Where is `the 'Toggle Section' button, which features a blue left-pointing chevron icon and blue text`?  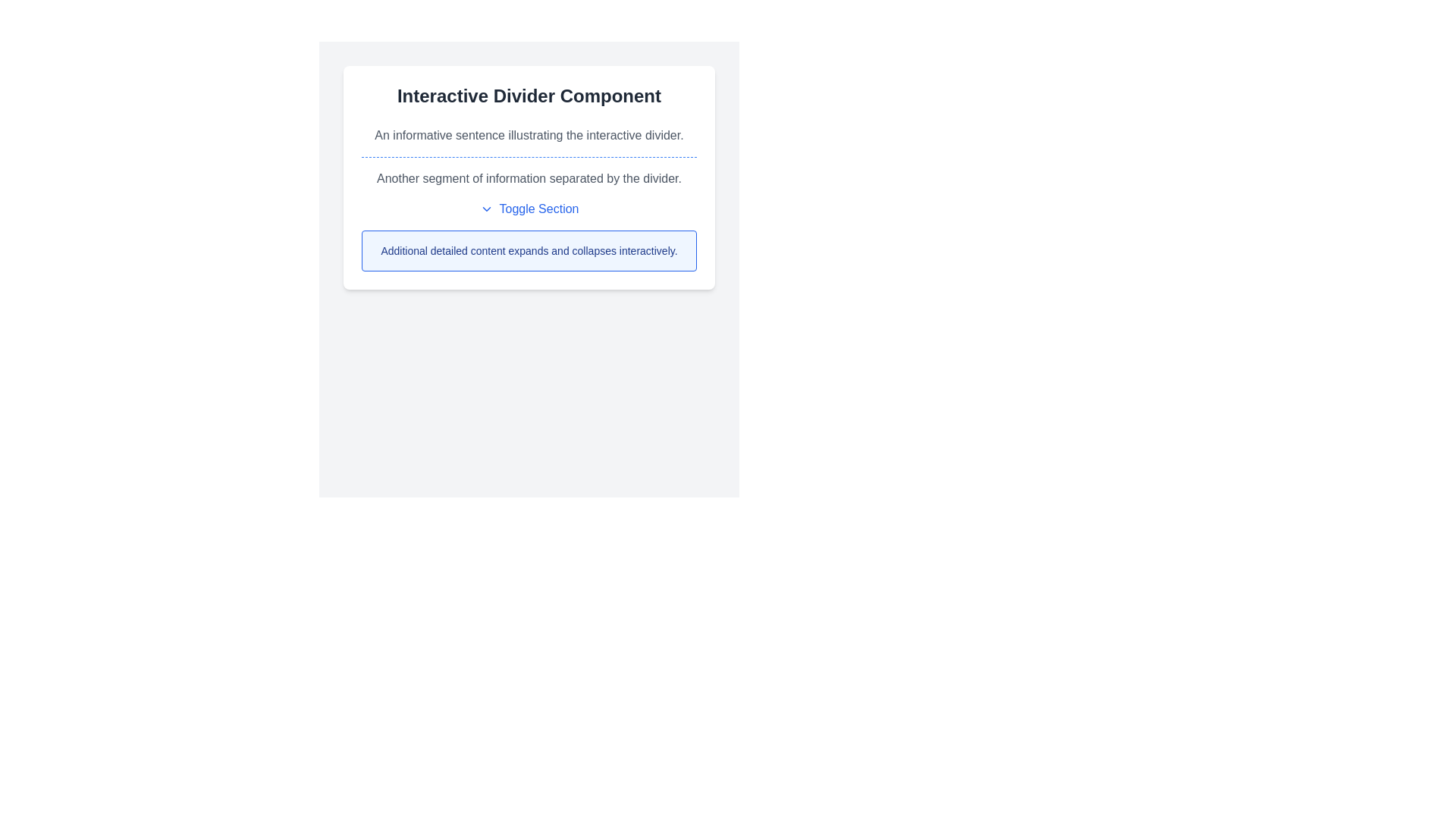 the 'Toggle Section' button, which features a blue left-pointing chevron icon and blue text is located at coordinates (529, 209).